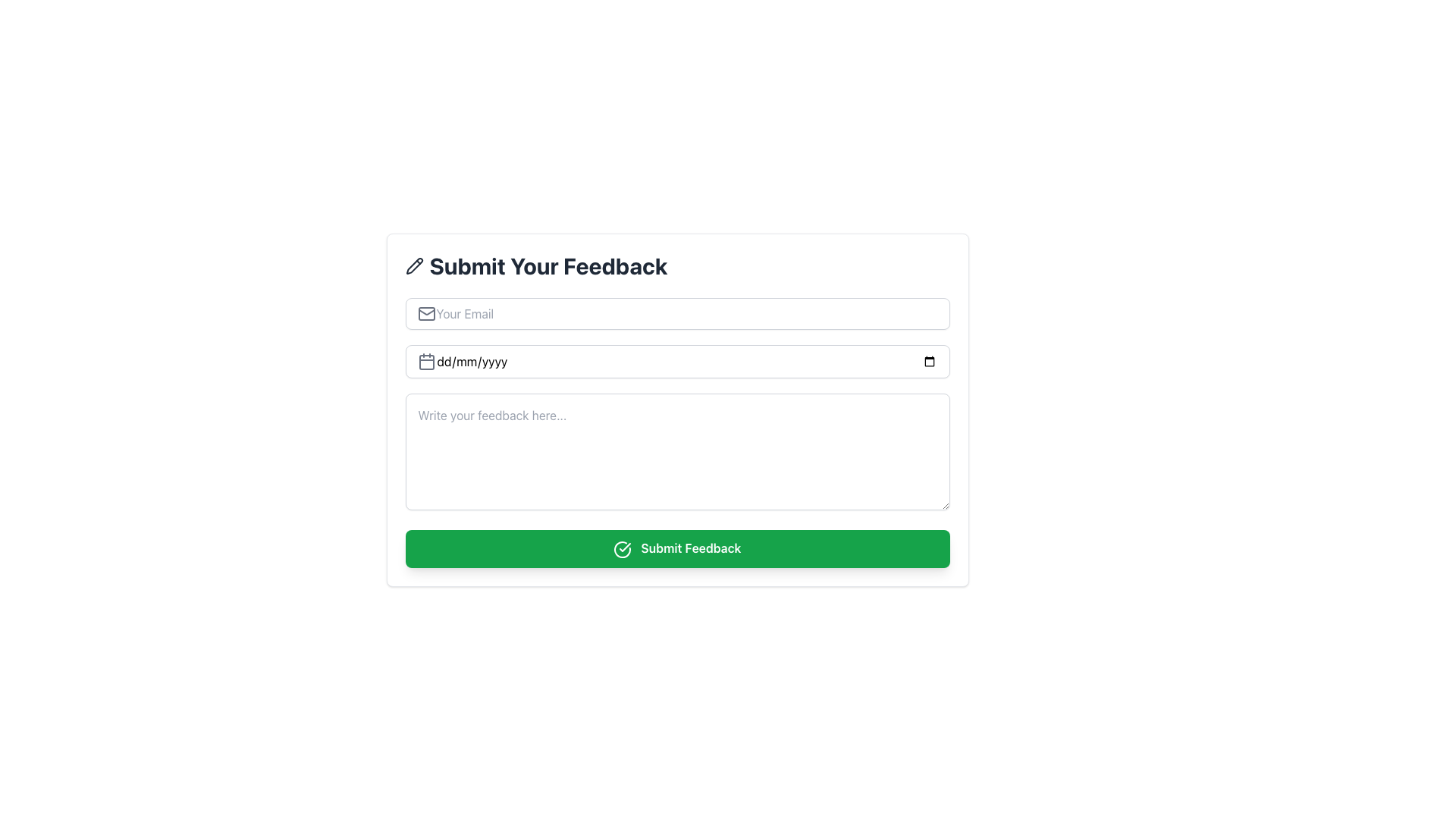  I want to click on the pencil icon located at the top-left corner of the text 'Submit Your Feedback' in the header area of the form, so click(414, 265).